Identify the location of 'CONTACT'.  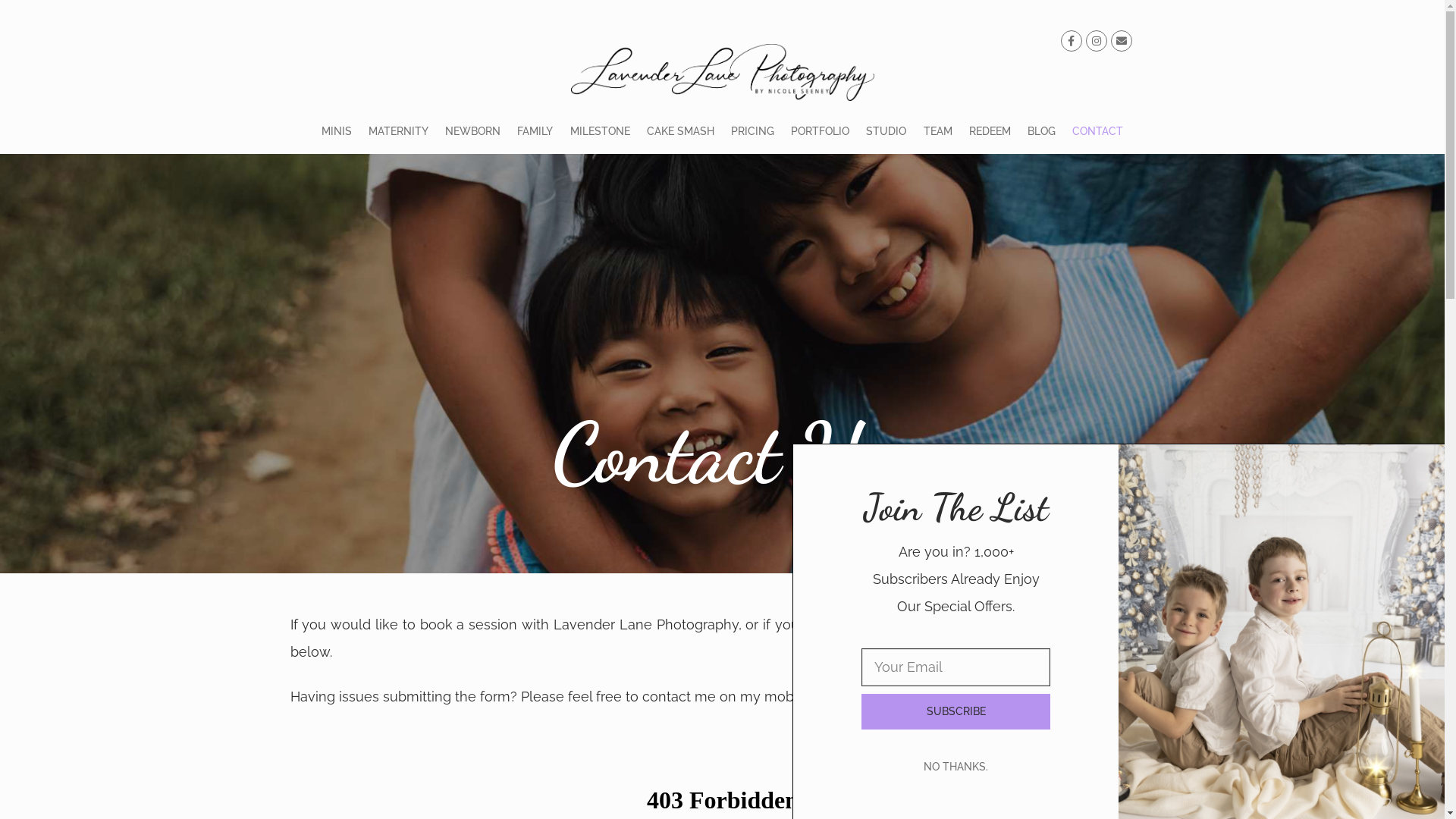
(1062, 130).